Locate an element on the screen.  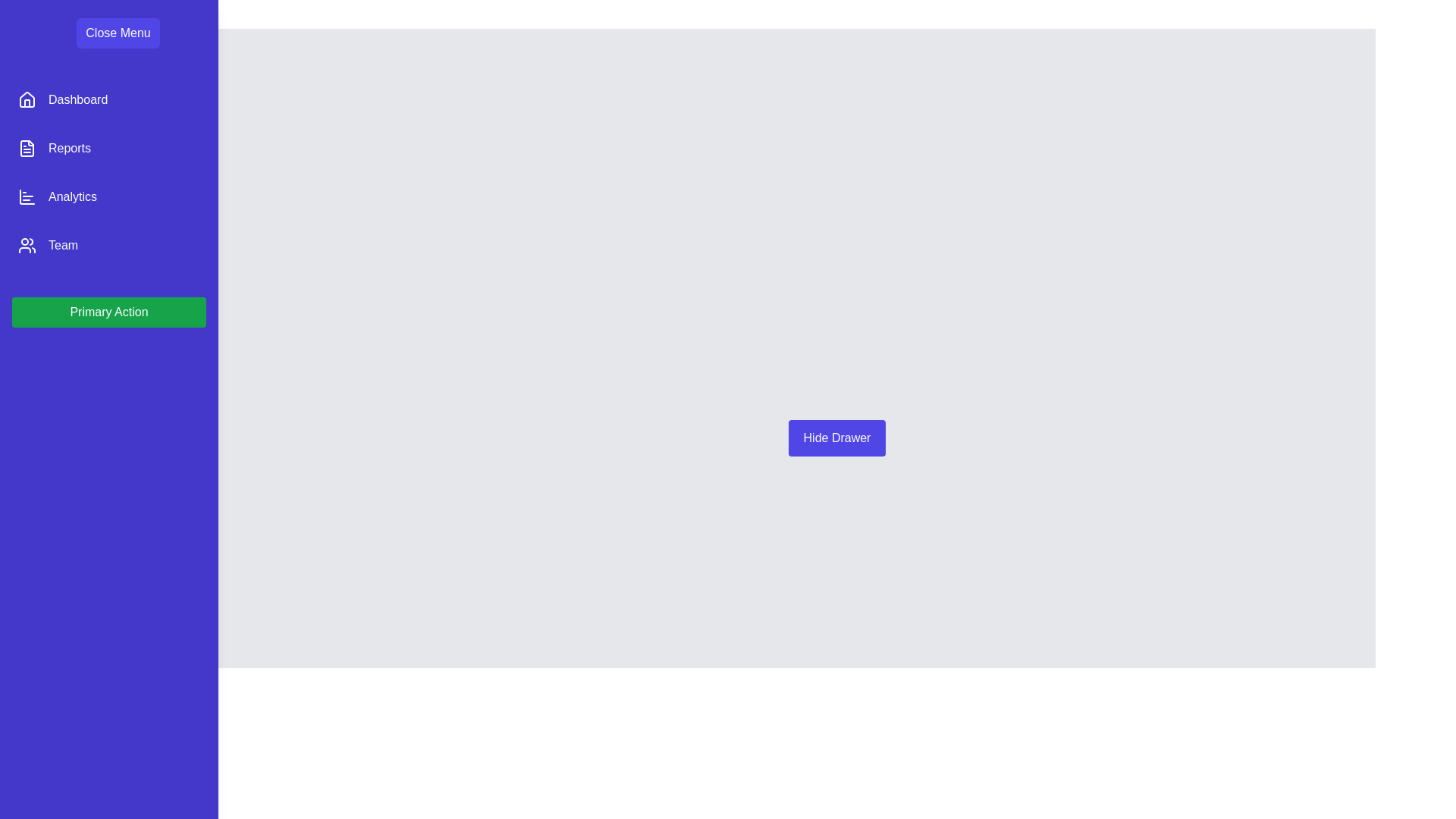
the menu item Team in the sidebar is located at coordinates (108, 245).